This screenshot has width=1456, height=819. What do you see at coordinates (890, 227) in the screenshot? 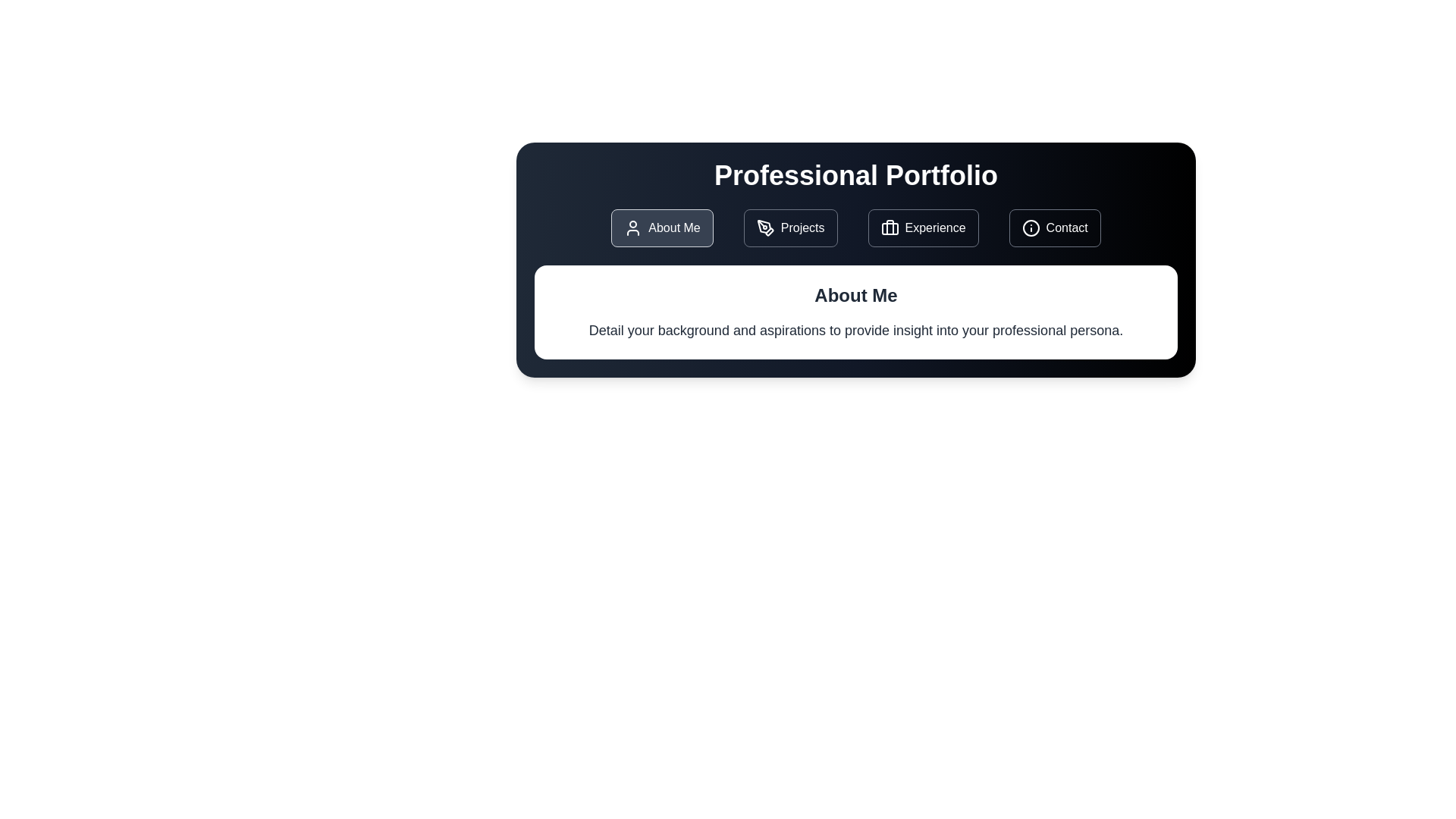
I see `decorative vertical segment of the 'Experience' icon within the navigation bar located below 'Professional Portfolio'` at bounding box center [890, 227].